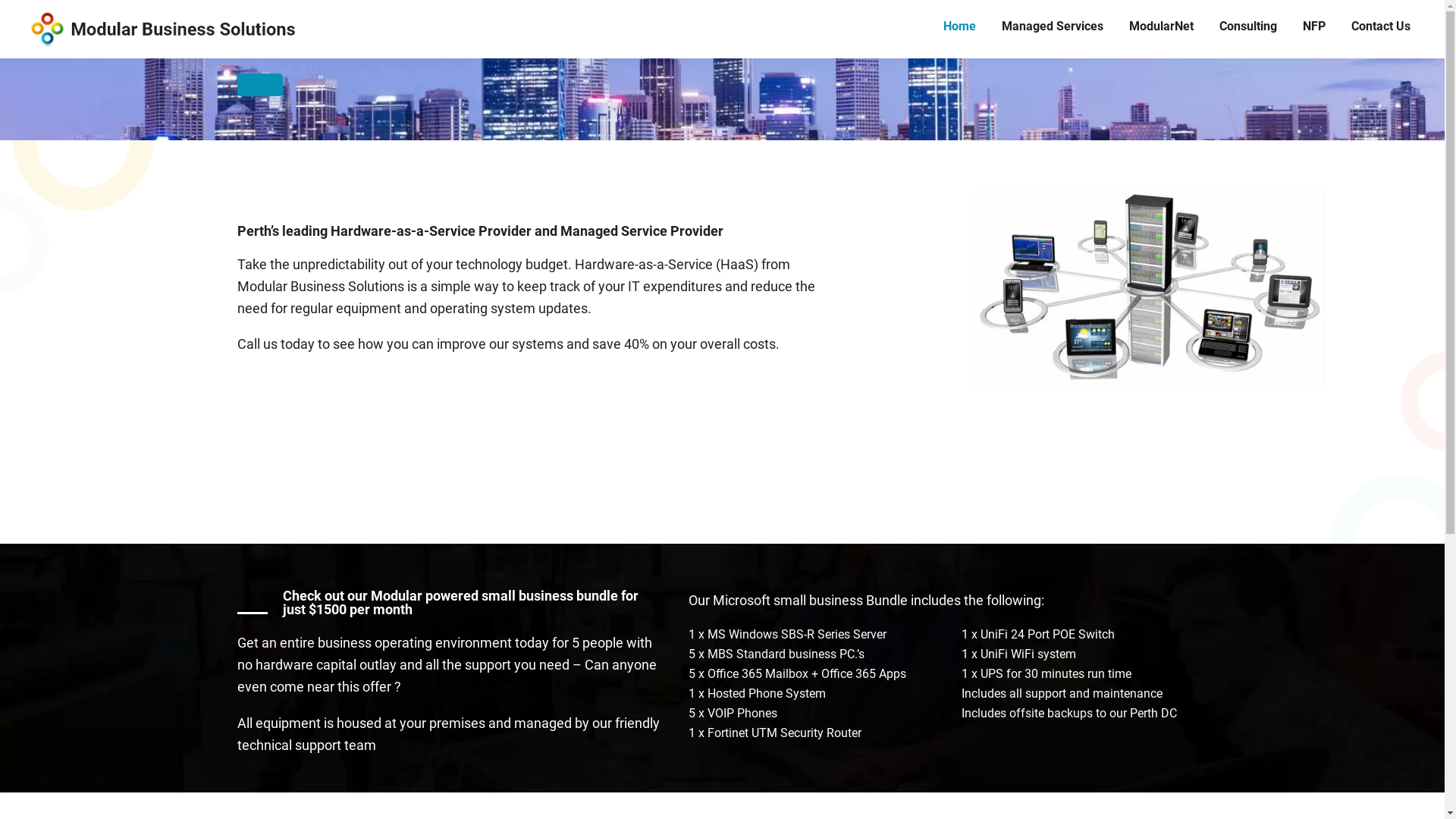  I want to click on 'Skip to primary navigation', so click(0, 0).